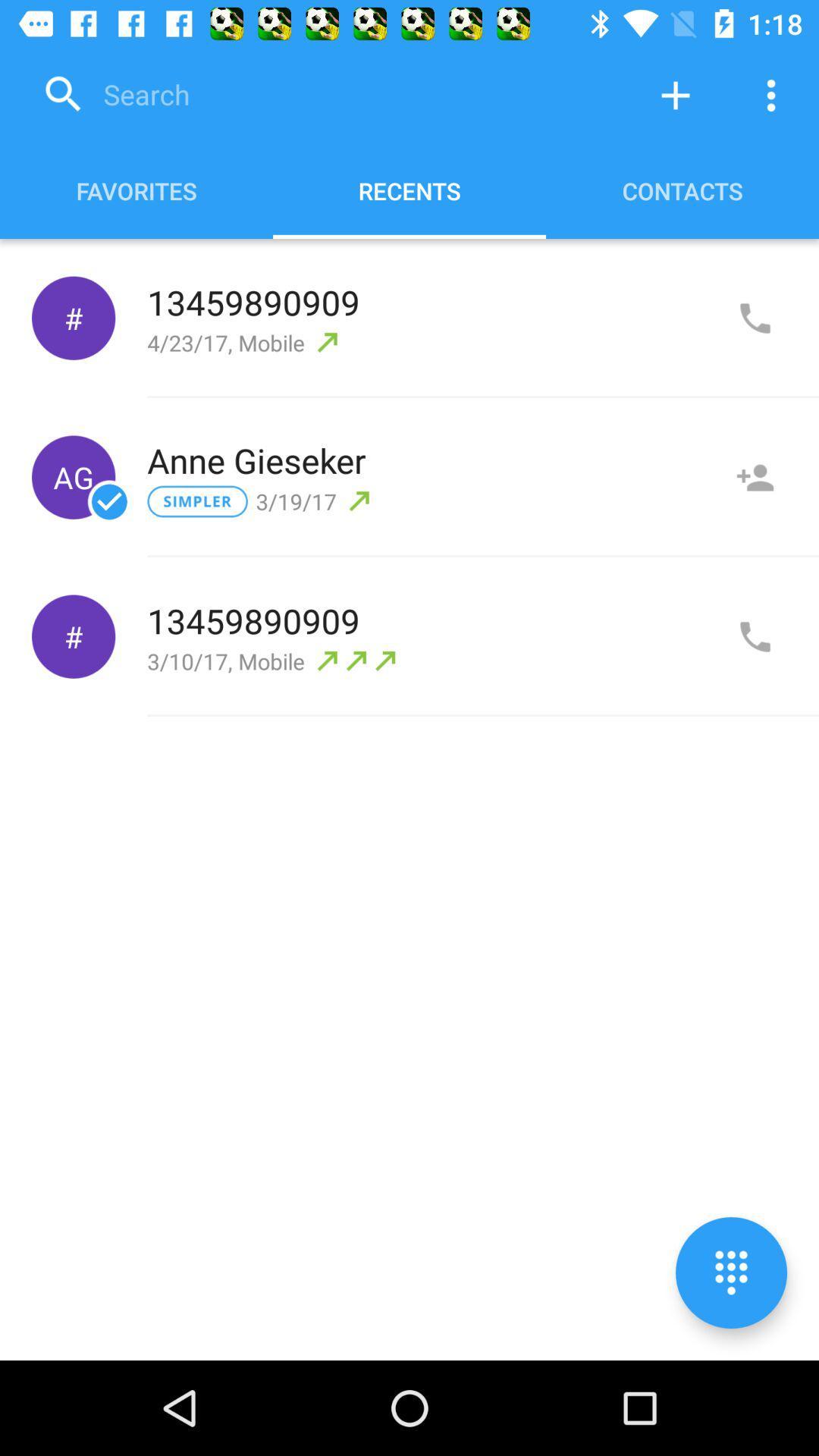 The image size is (819, 1456). What do you see at coordinates (329, 94) in the screenshot?
I see `search` at bounding box center [329, 94].